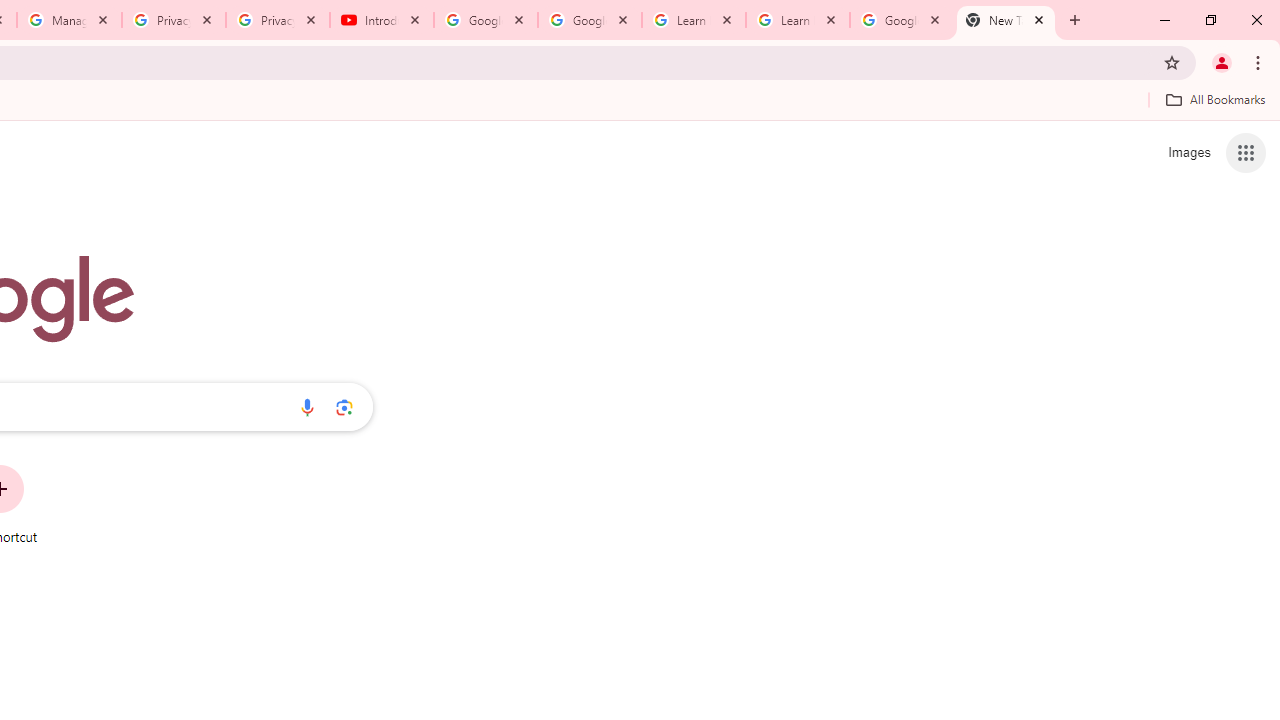  What do you see at coordinates (900, 20) in the screenshot?
I see `'Google Account'` at bounding box center [900, 20].